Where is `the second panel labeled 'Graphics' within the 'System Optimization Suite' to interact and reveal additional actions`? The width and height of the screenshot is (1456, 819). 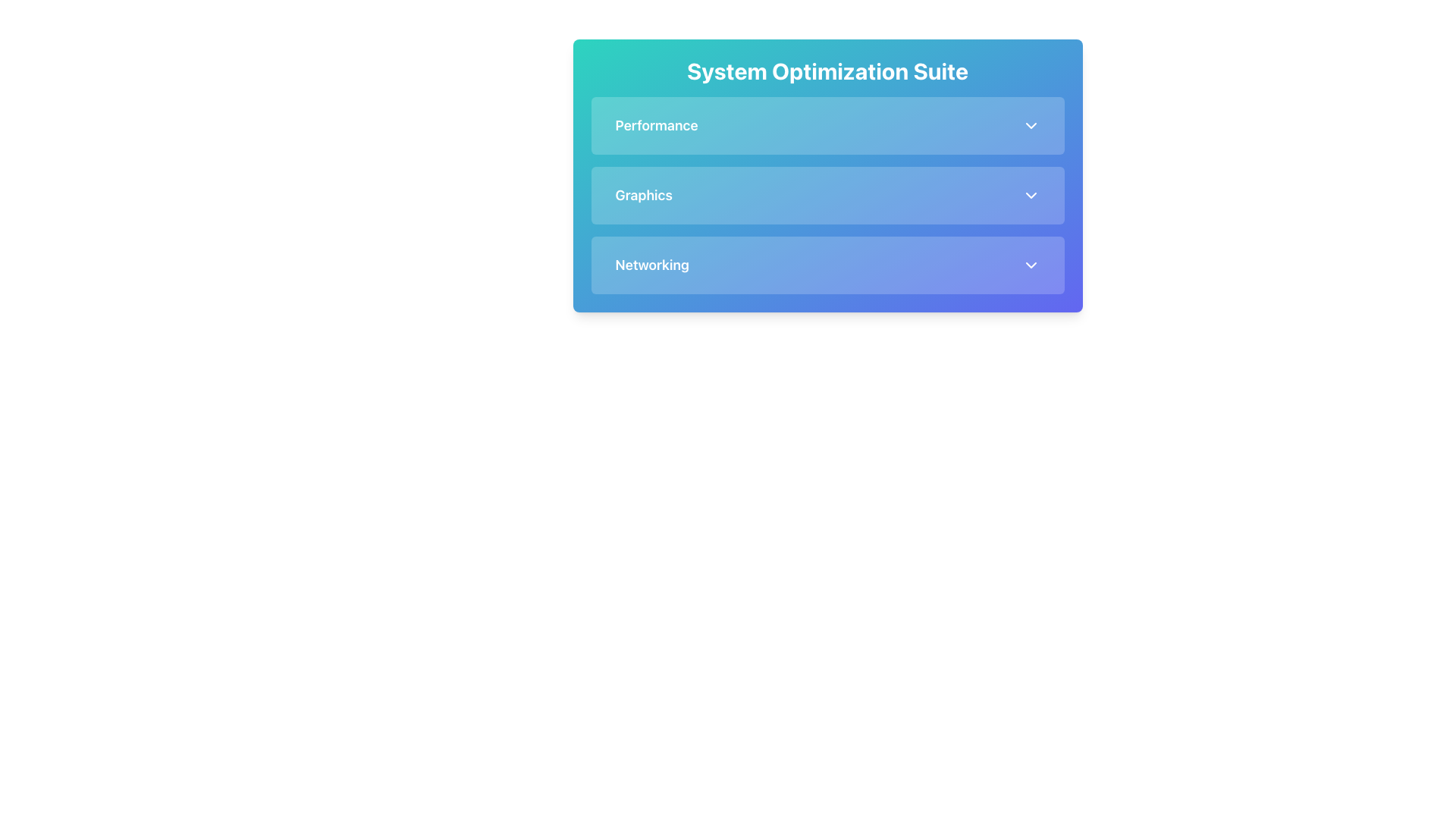
the second panel labeled 'Graphics' within the 'System Optimization Suite' to interact and reveal additional actions is located at coordinates (827, 195).